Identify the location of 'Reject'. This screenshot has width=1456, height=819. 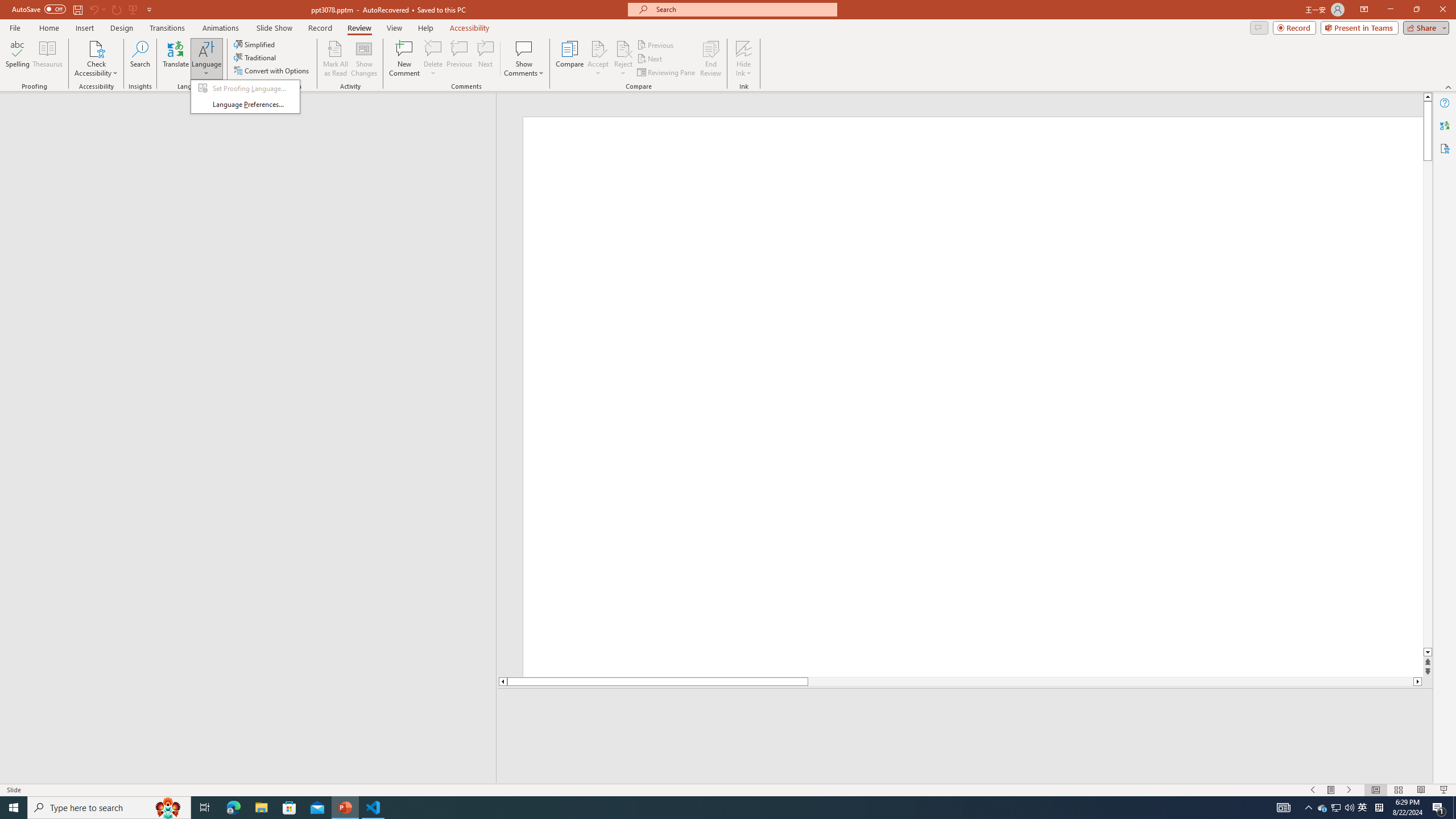
(622, 59).